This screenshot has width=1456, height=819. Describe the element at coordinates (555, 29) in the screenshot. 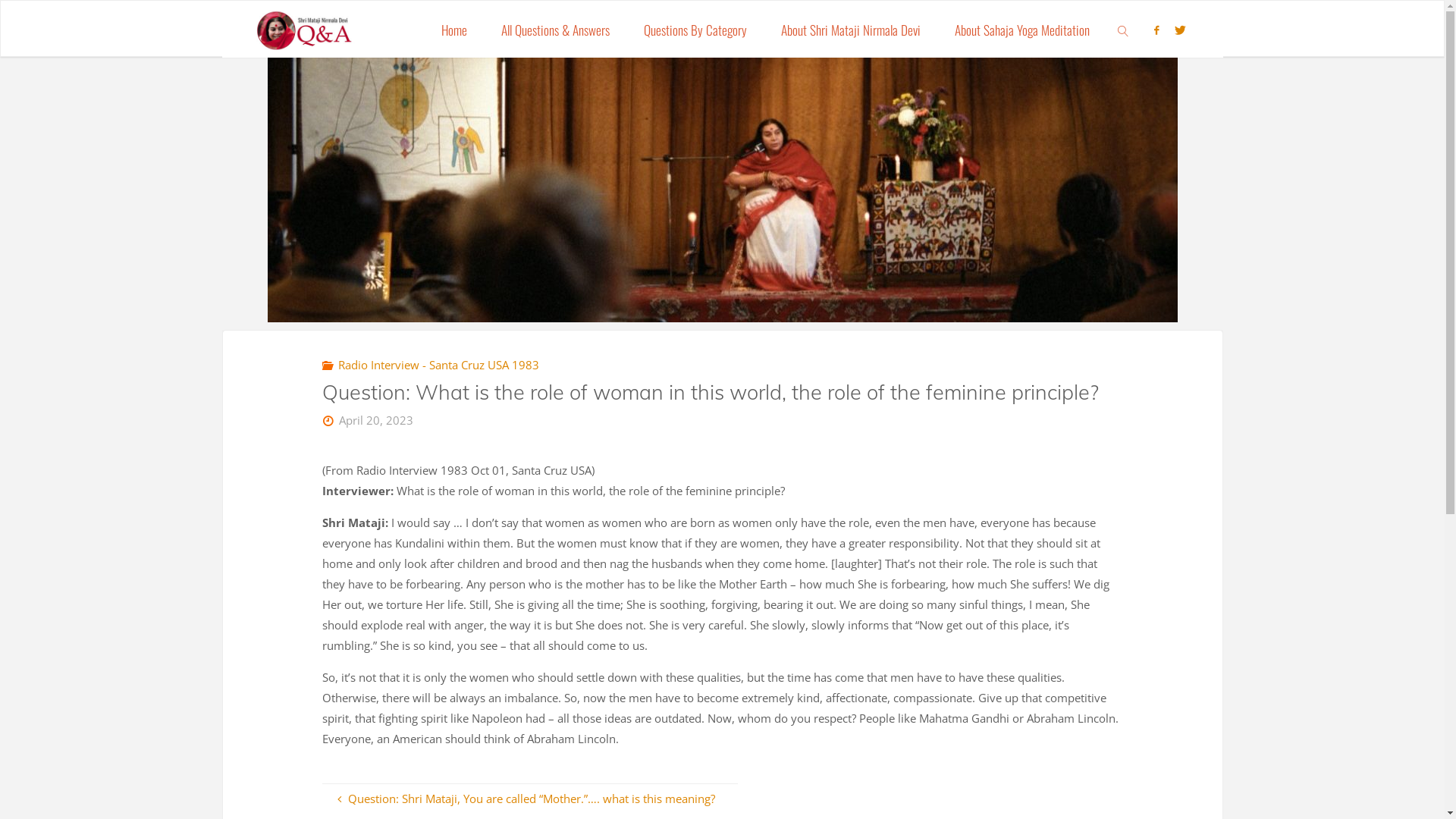

I see `'All Questions & Answers'` at that location.